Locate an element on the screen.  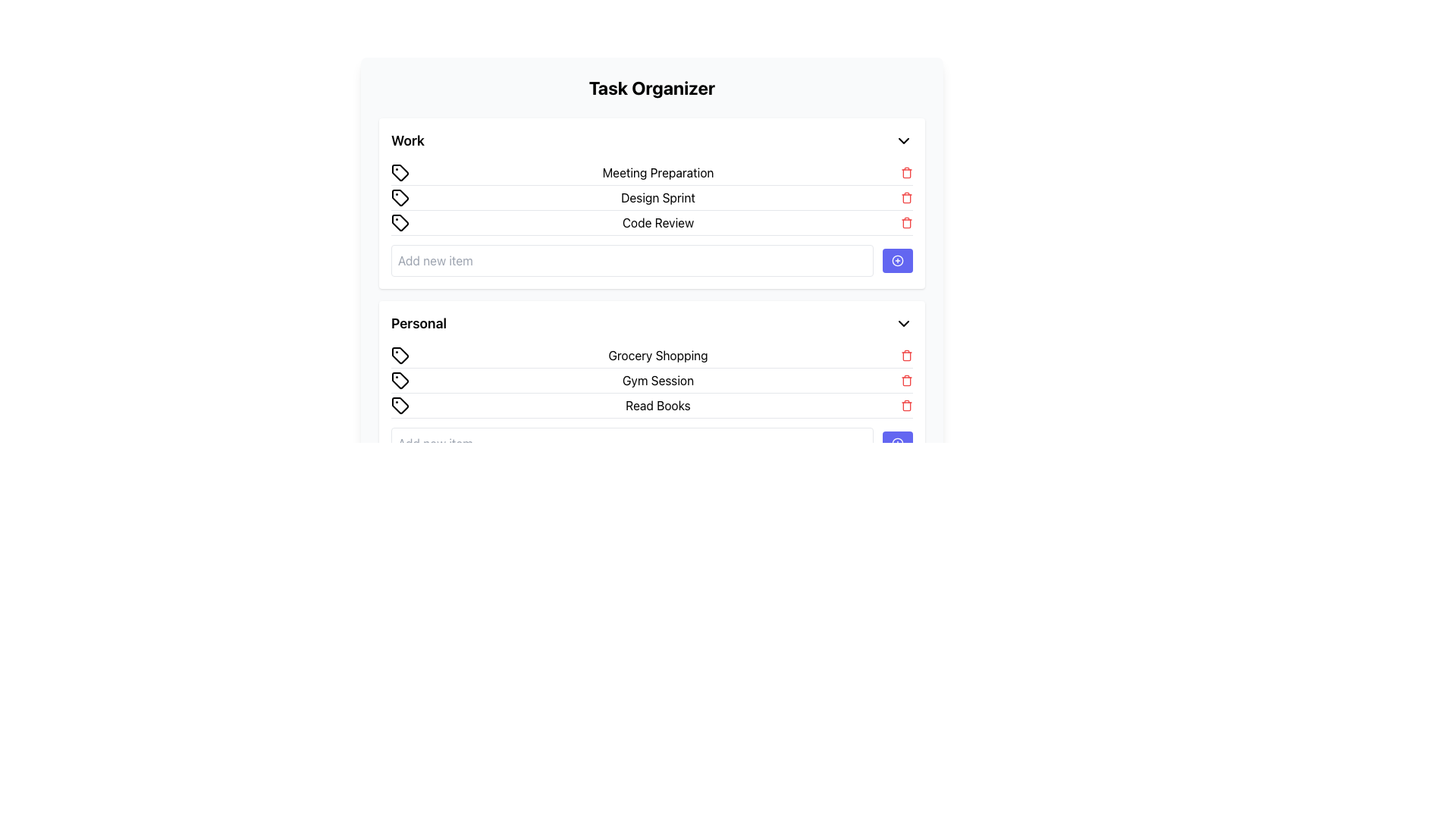
the icon representing the 'Gym Session' task in the 'Personal' section of the 'Task Organizer' interface is located at coordinates (400, 379).